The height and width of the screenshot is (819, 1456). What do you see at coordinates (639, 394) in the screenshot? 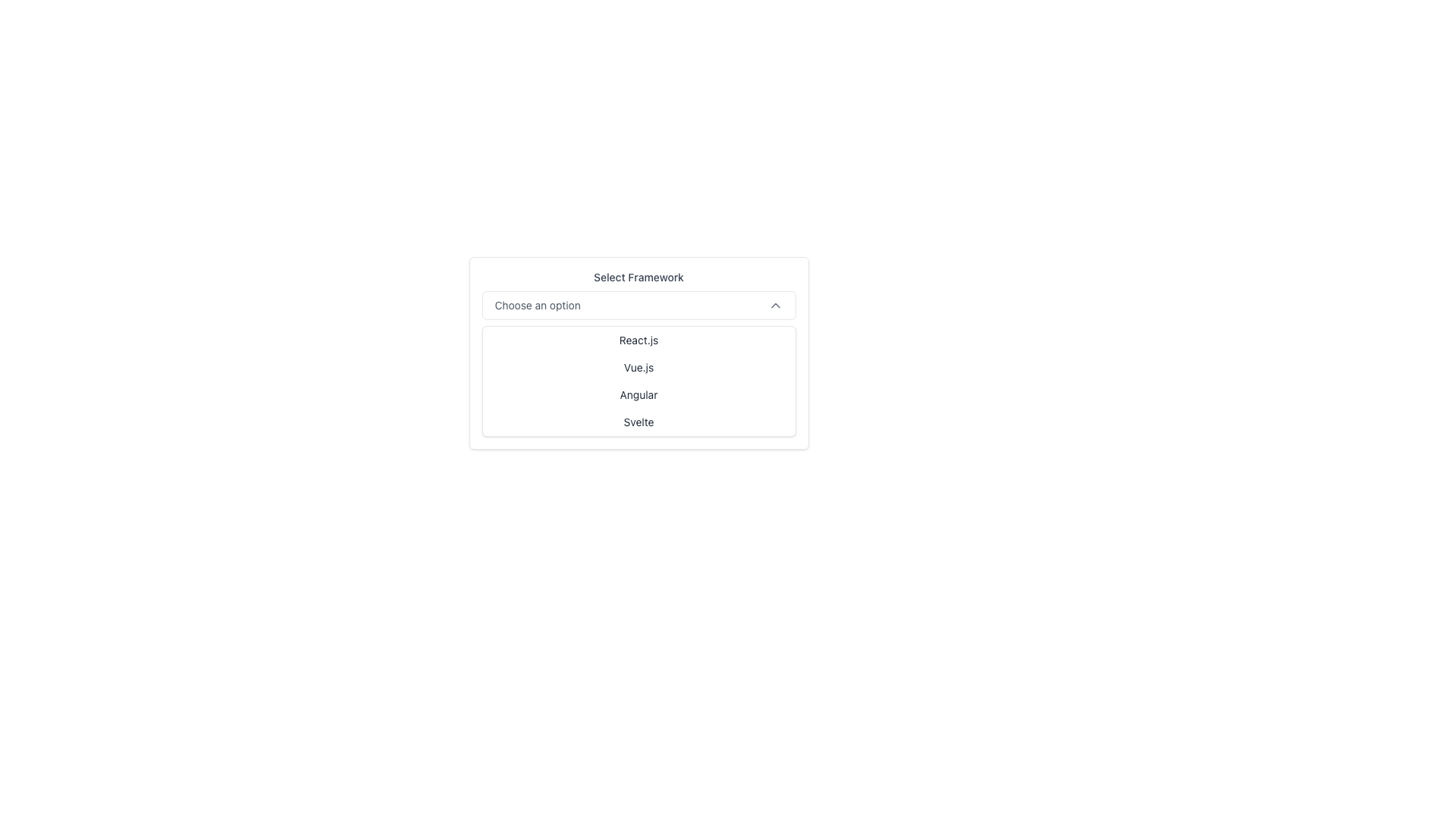
I see `the dropdown menu item displaying 'Angular'` at bounding box center [639, 394].